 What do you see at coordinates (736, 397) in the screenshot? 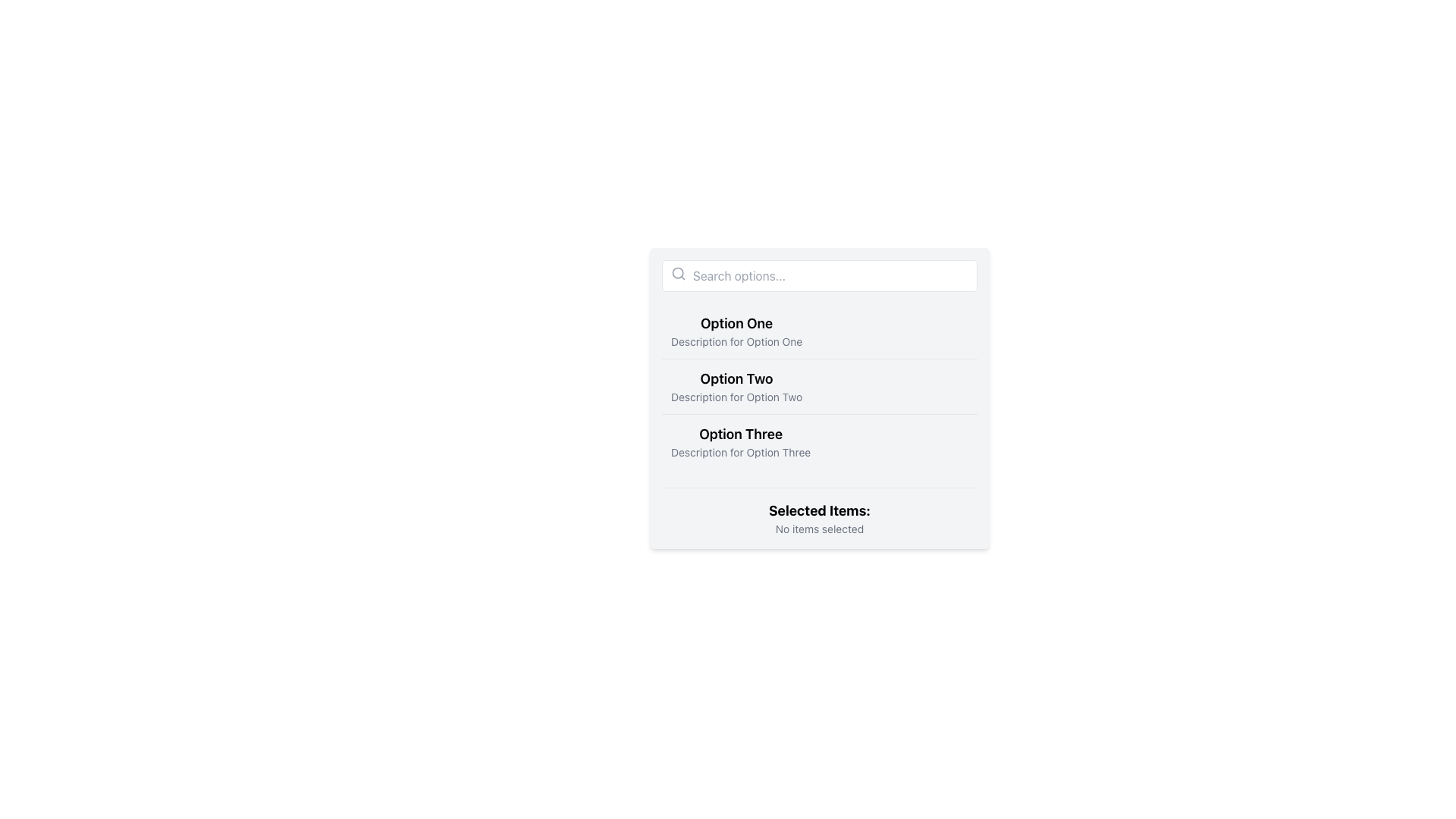
I see `the supplementary Text label that provides additional context for 'Option Two', which is located directly underneath the title in the center of the vertically arranged list` at bounding box center [736, 397].